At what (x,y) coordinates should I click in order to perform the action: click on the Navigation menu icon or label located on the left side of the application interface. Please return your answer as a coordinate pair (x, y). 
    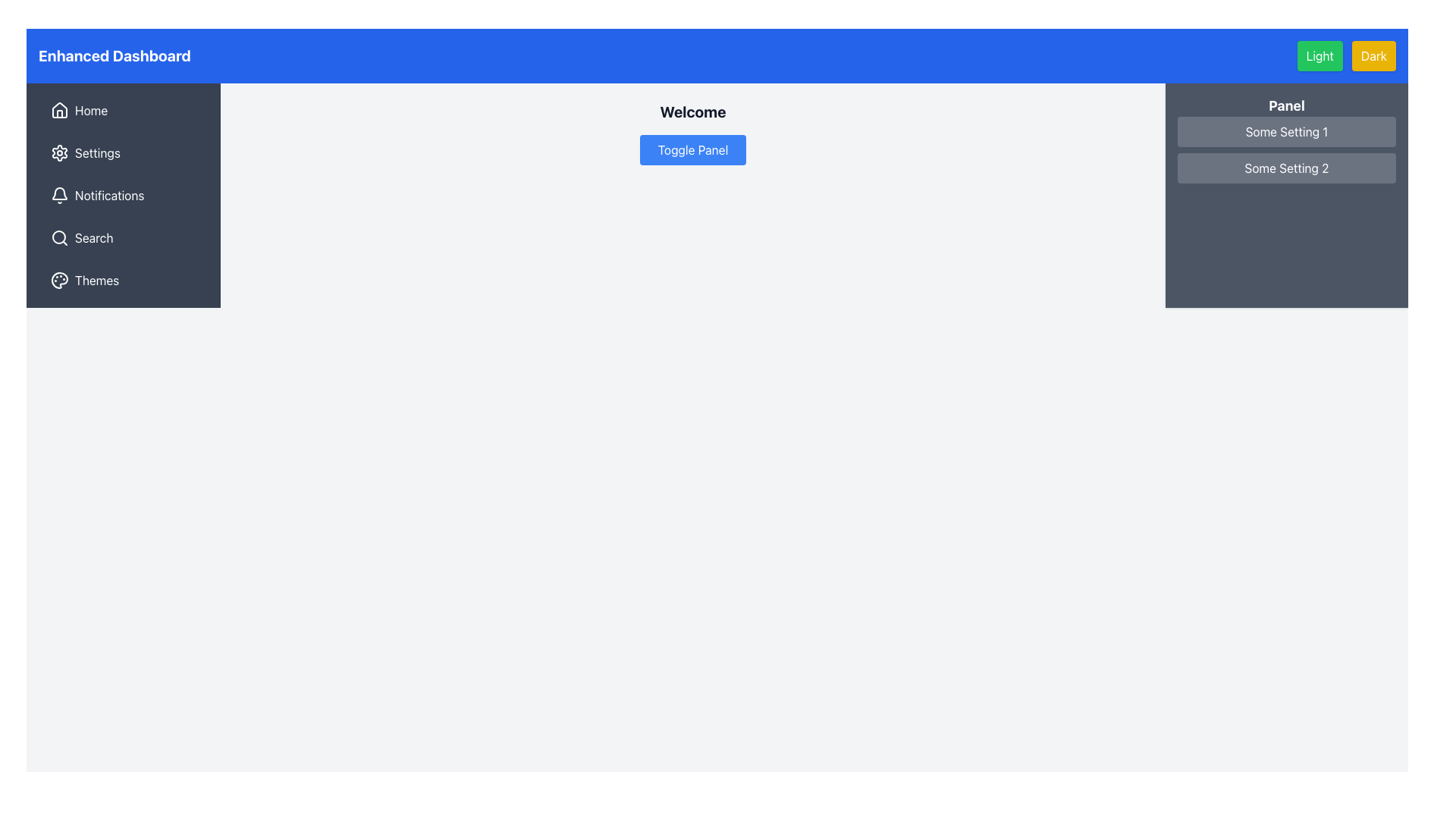
    Looking at the image, I should click on (124, 195).